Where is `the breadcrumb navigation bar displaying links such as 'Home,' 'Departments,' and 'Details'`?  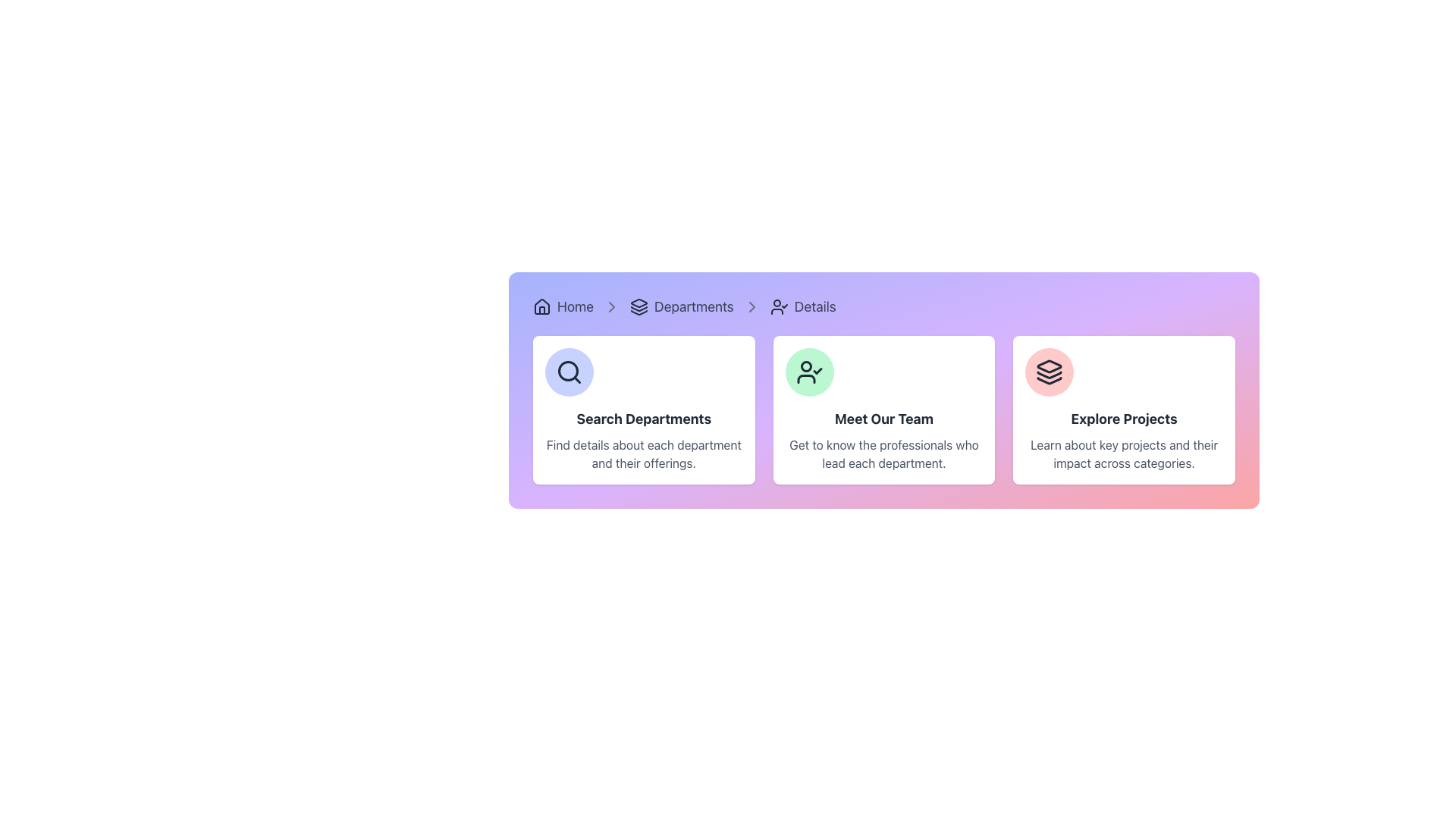 the breadcrumb navigation bar displaying links such as 'Home,' 'Departments,' and 'Details' is located at coordinates (884, 307).